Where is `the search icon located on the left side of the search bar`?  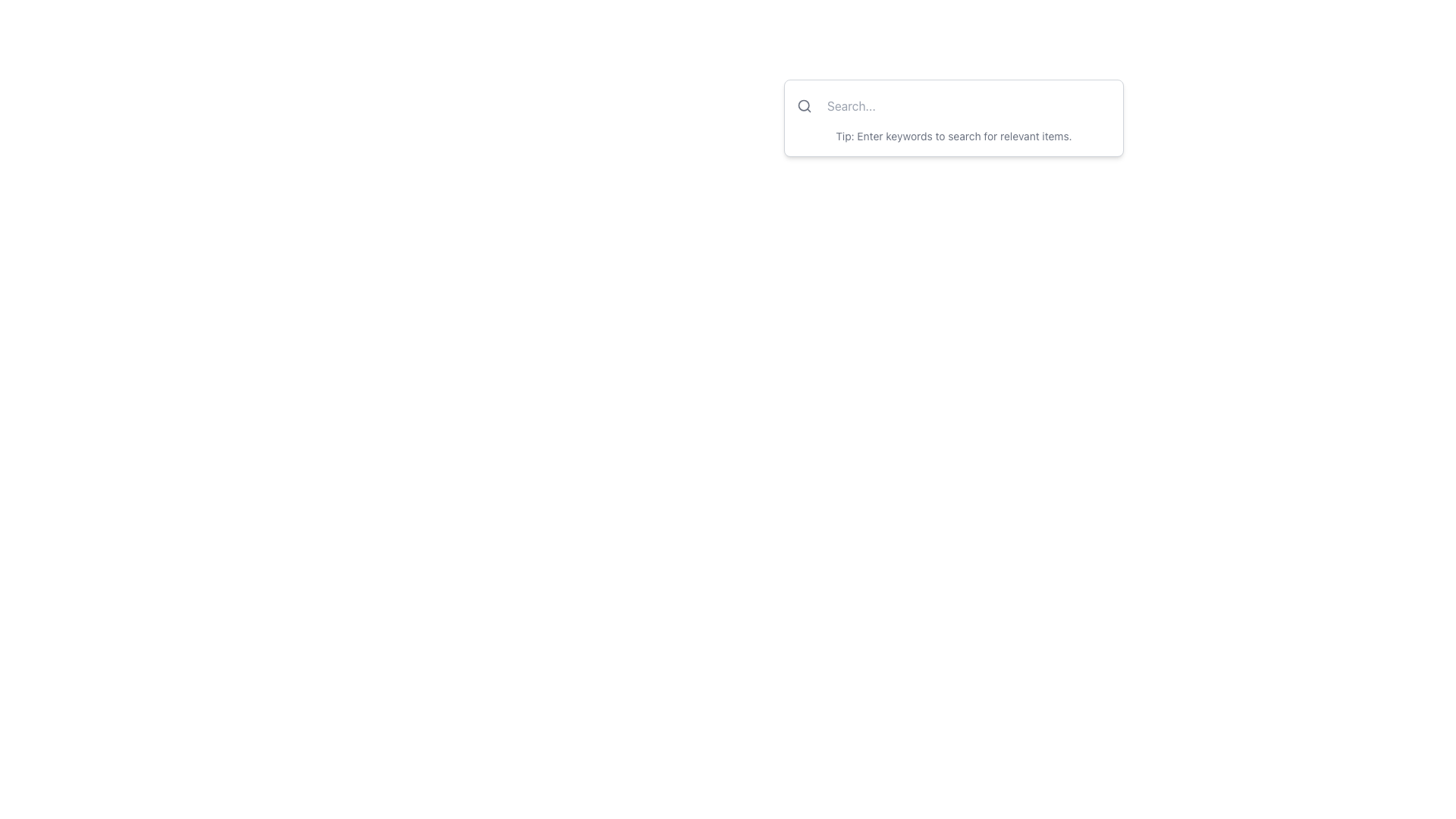 the search icon located on the left side of the search bar is located at coordinates (803, 105).